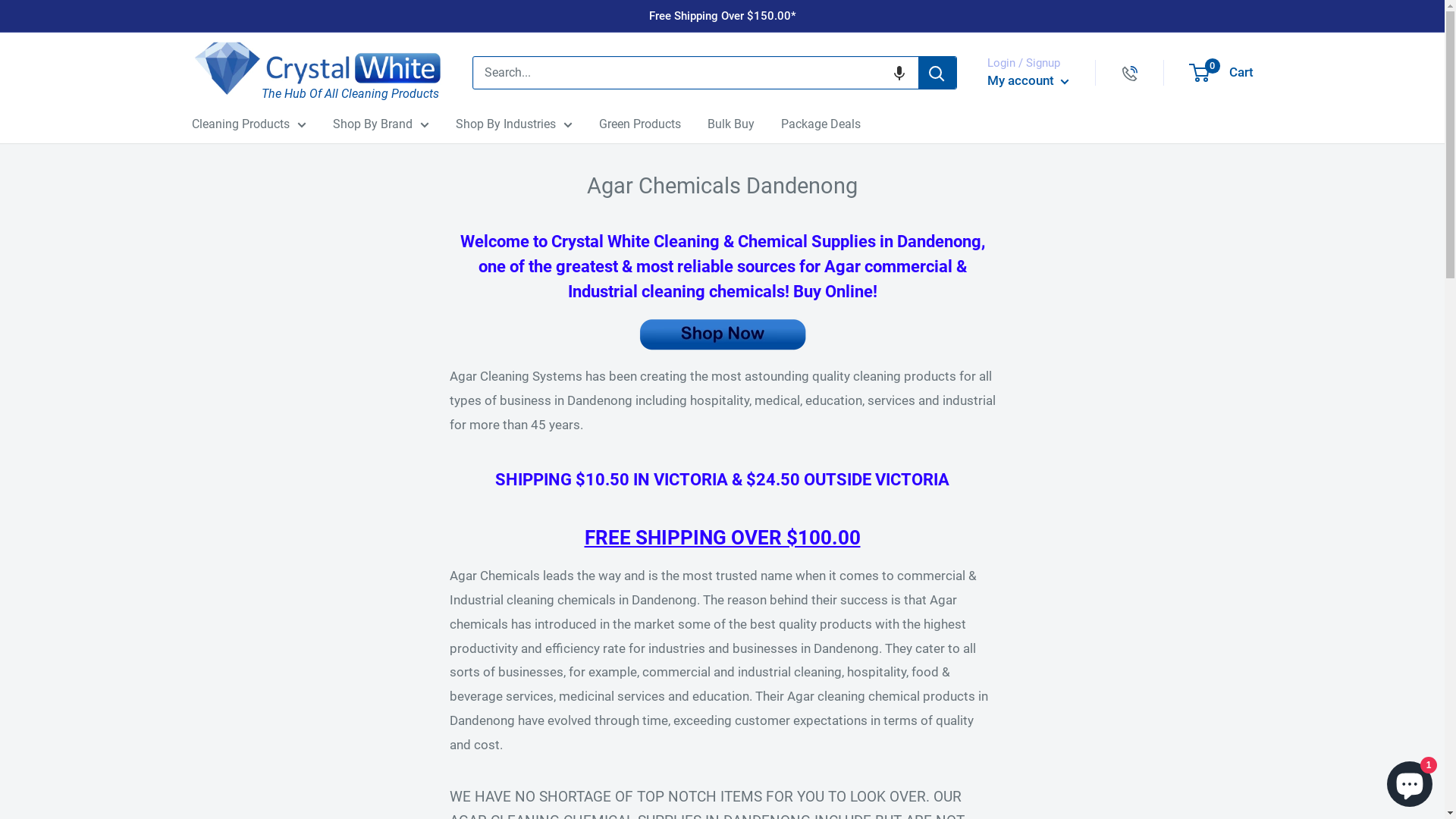 This screenshot has width=1456, height=819. What do you see at coordinates (447, 333) in the screenshot?
I see `'Cleaning Supplies '` at bounding box center [447, 333].